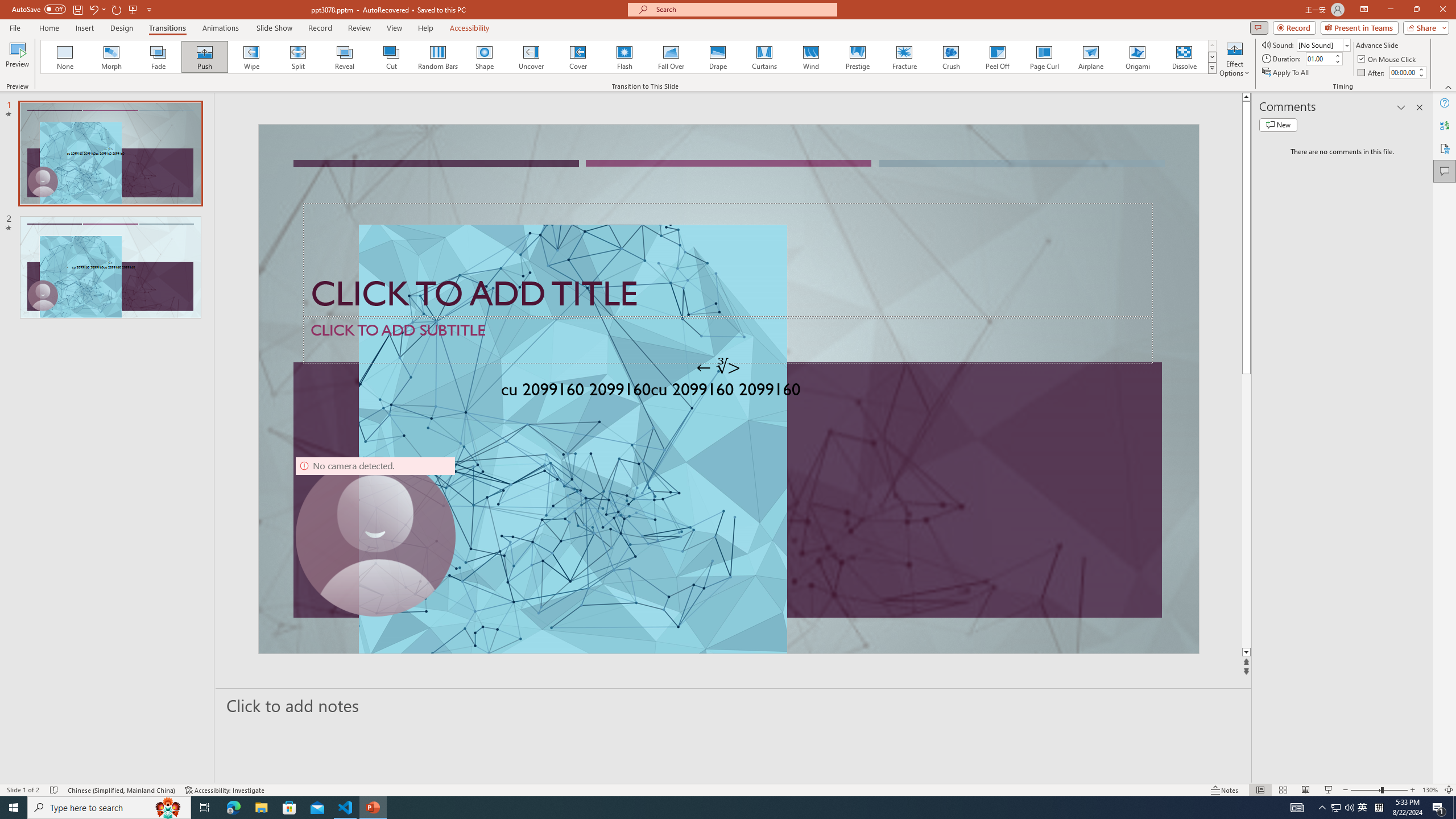 The height and width of the screenshot is (819, 1456). I want to click on 'Curtains', so click(764, 56).